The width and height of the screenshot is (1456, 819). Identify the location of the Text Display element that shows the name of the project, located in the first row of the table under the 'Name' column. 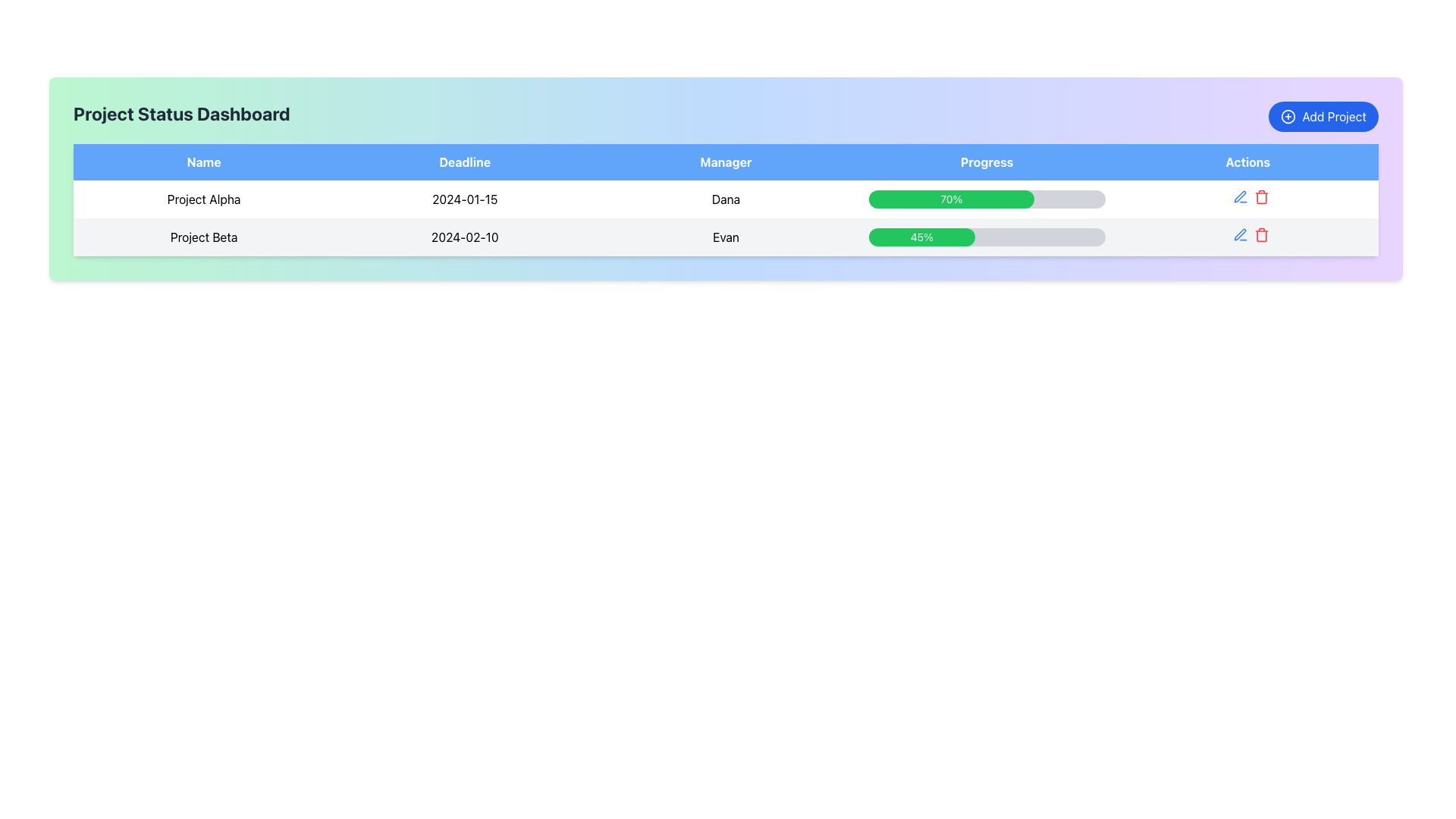
(203, 198).